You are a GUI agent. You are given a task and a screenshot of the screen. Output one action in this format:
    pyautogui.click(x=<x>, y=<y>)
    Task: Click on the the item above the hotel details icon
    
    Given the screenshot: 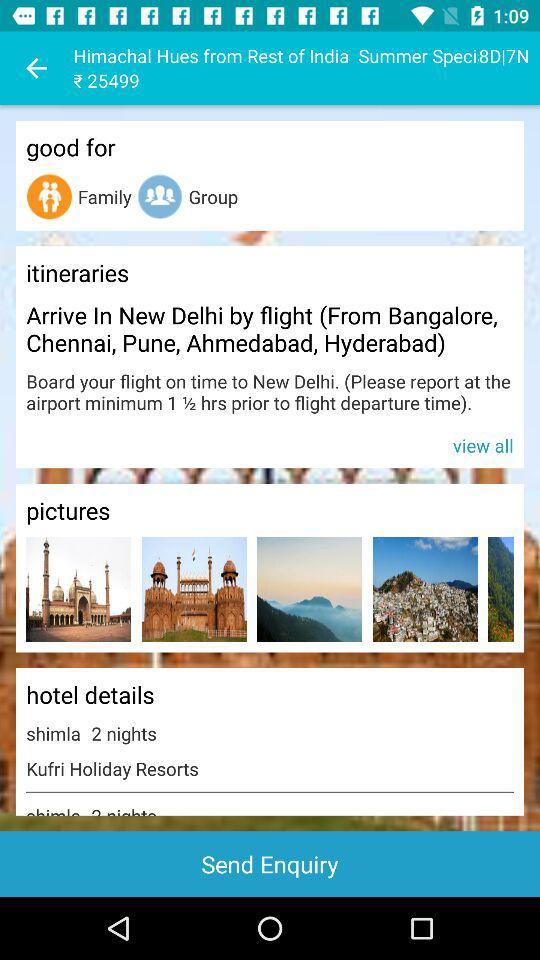 What is the action you would take?
    pyautogui.click(x=77, y=589)
    